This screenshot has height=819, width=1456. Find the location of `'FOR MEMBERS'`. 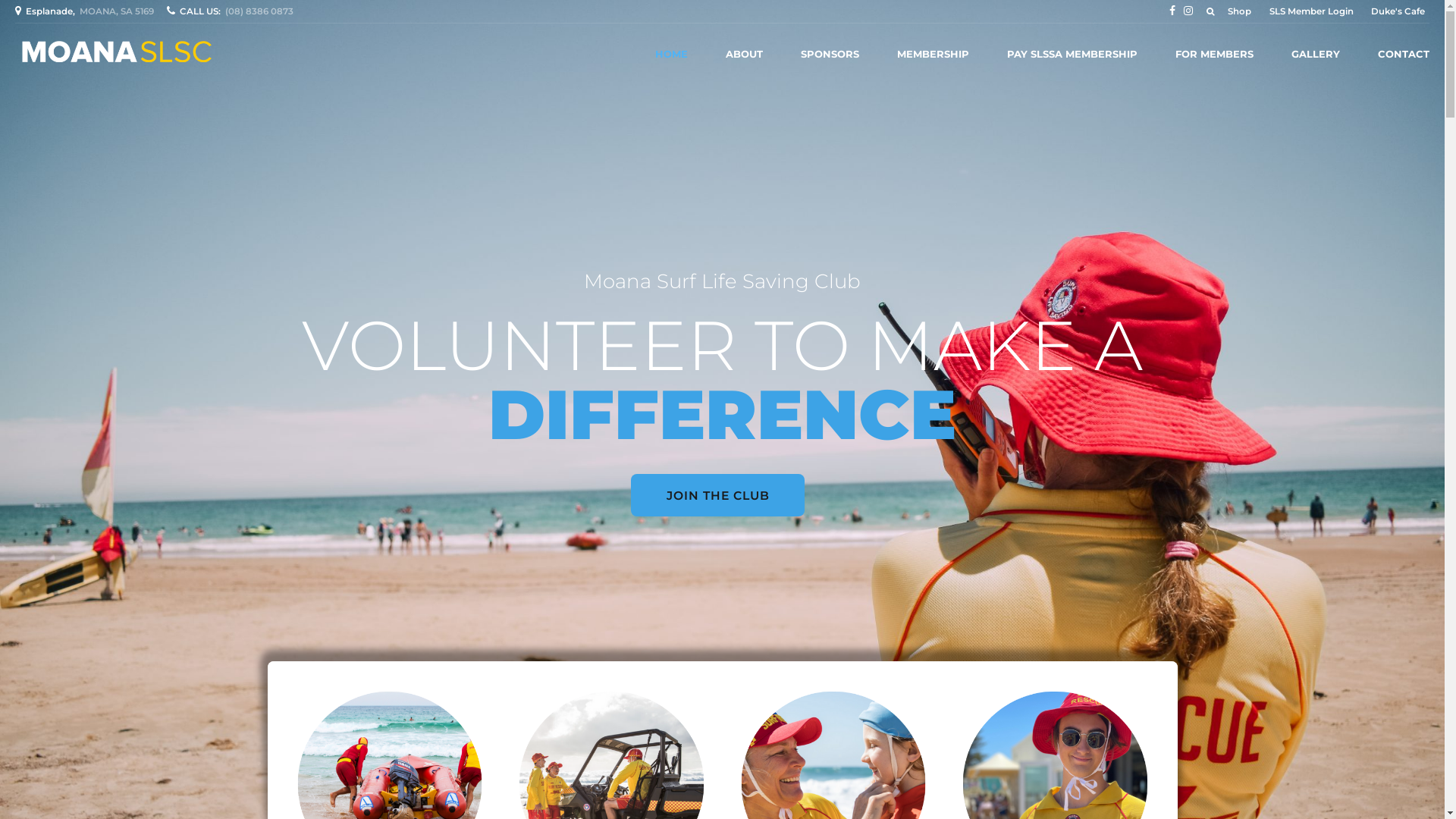

'FOR MEMBERS' is located at coordinates (1214, 52).